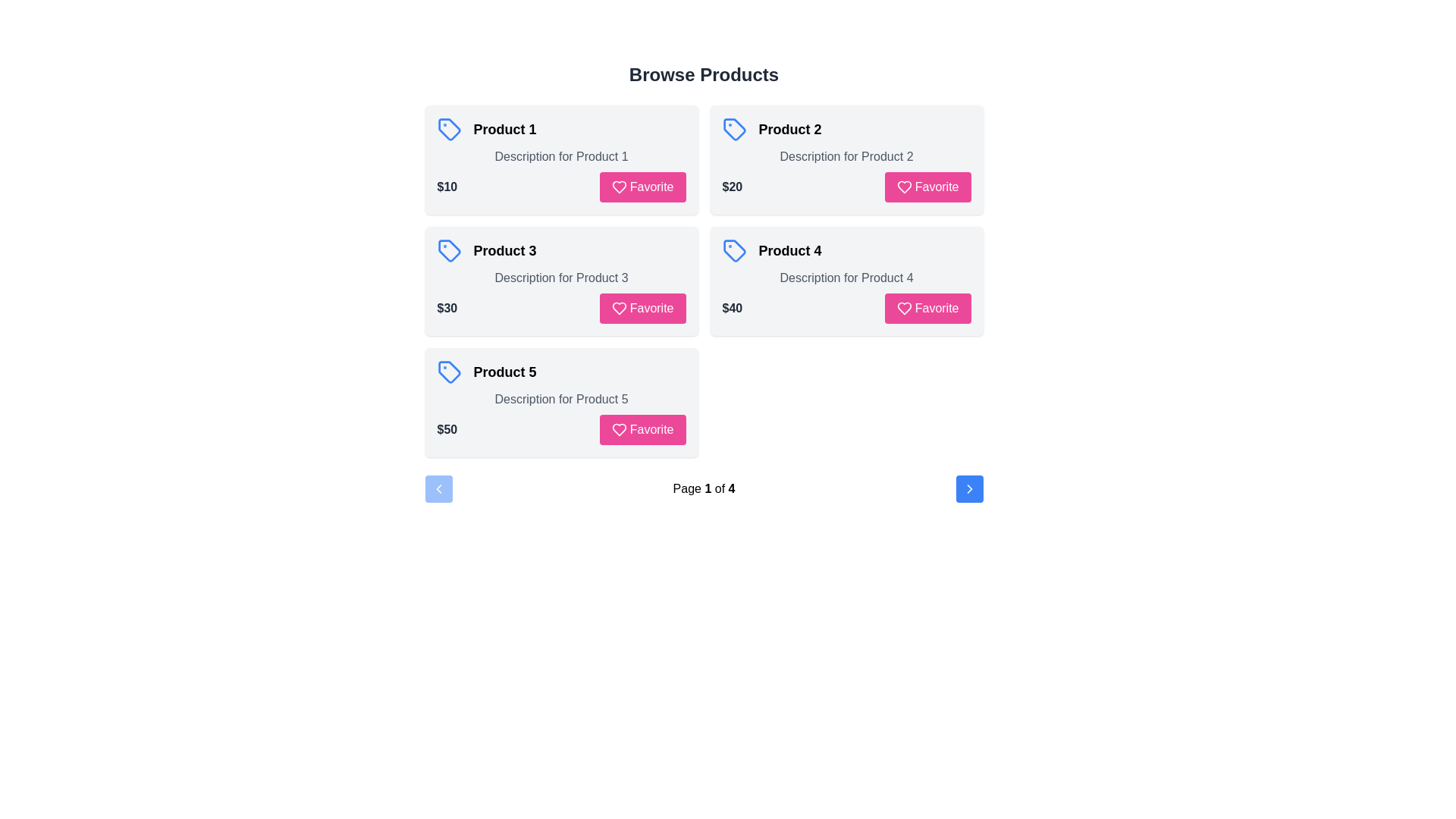  Describe the element at coordinates (619, 308) in the screenshot. I see `the heart icon within the 'Favorite' button for 'Product 3', which is located` at that location.